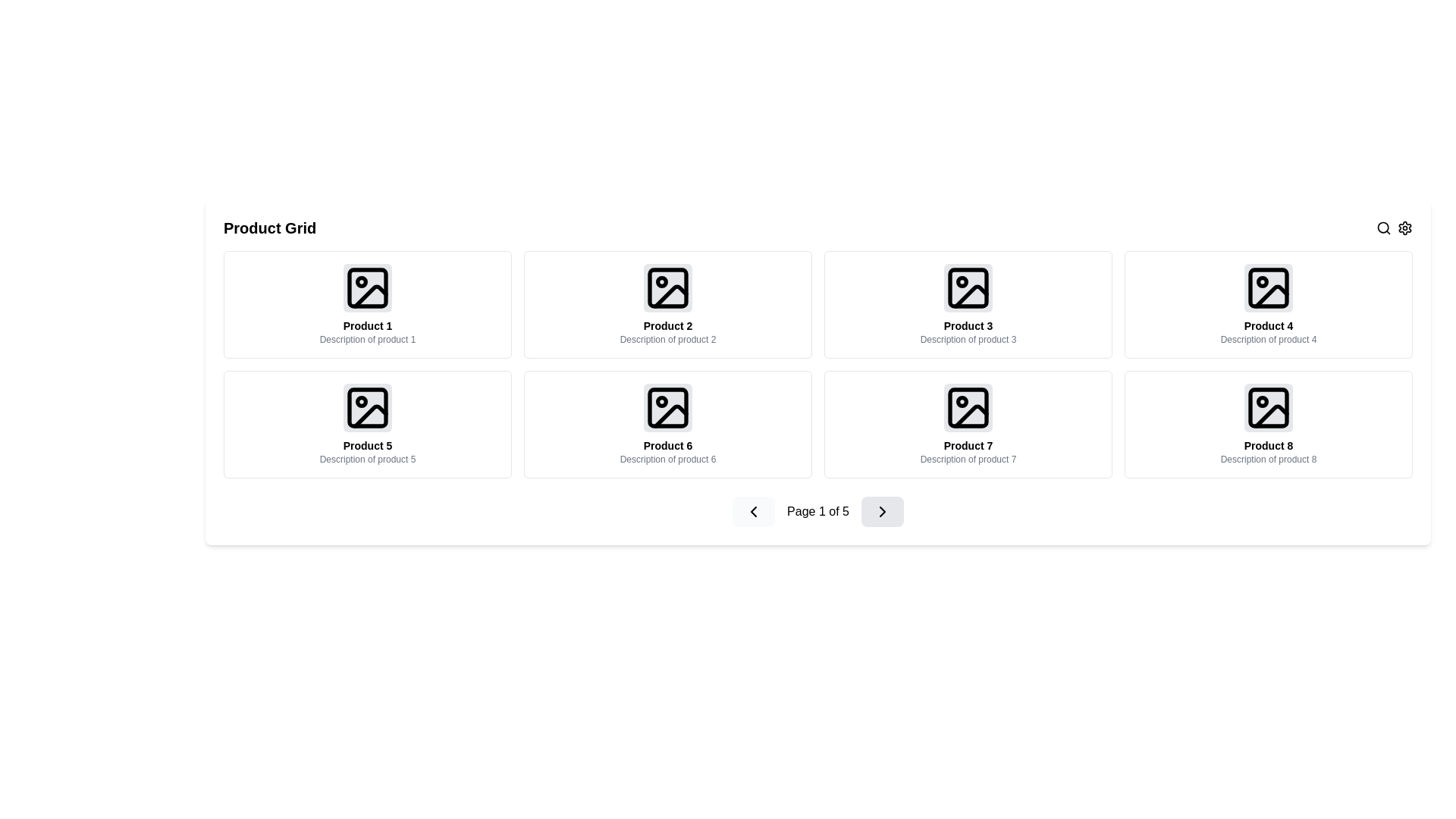  Describe the element at coordinates (667, 338) in the screenshot. I see `text label saying 'Description of product 2' located in the second product card in the first row, below the title 'Product 2'` at that location.